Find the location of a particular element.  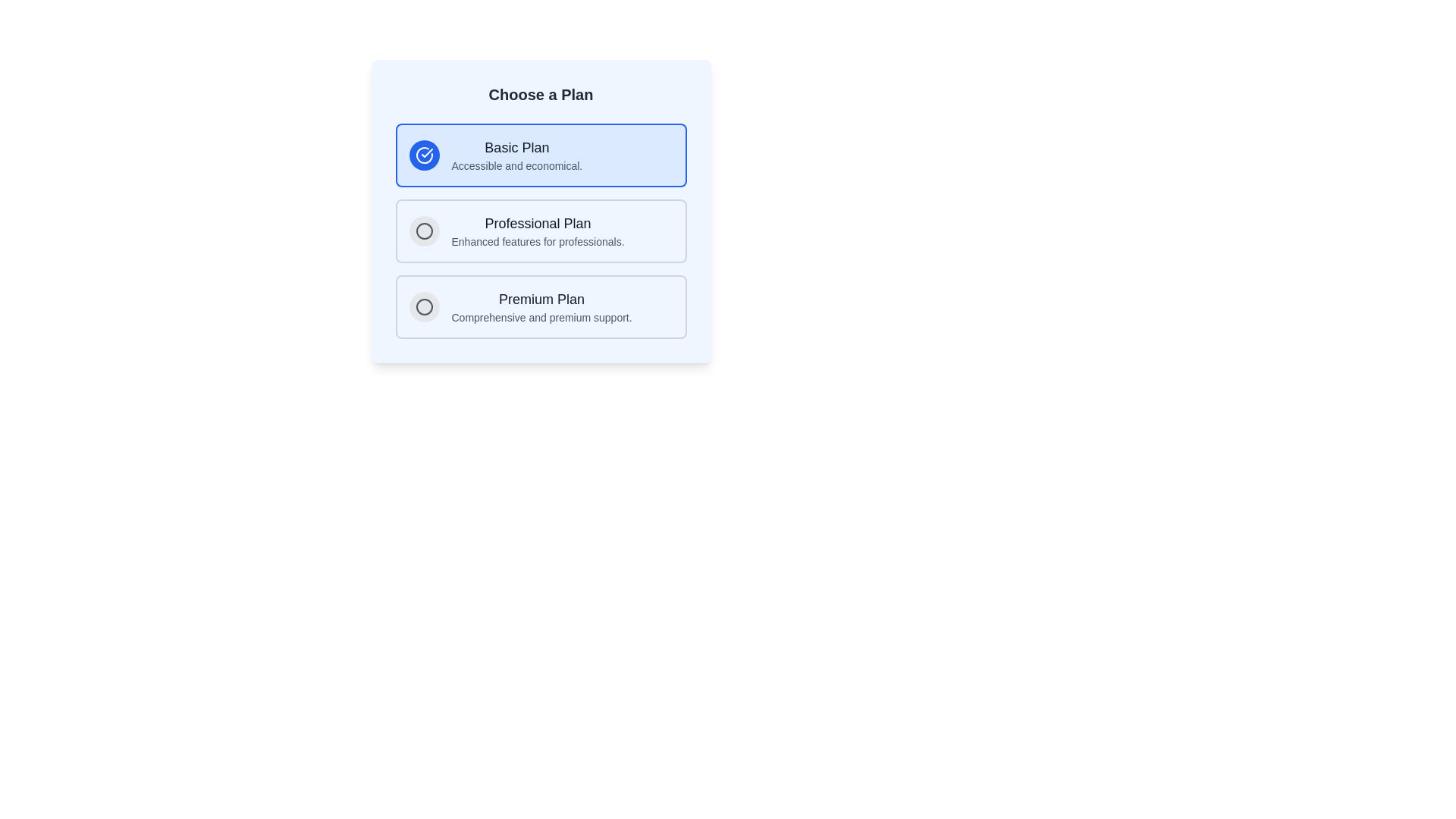

to select the 'Premium Plan' card, which is the third option in the subscription plan group, located below the 'Professional Plan' card is located at coordinates (541, 307).